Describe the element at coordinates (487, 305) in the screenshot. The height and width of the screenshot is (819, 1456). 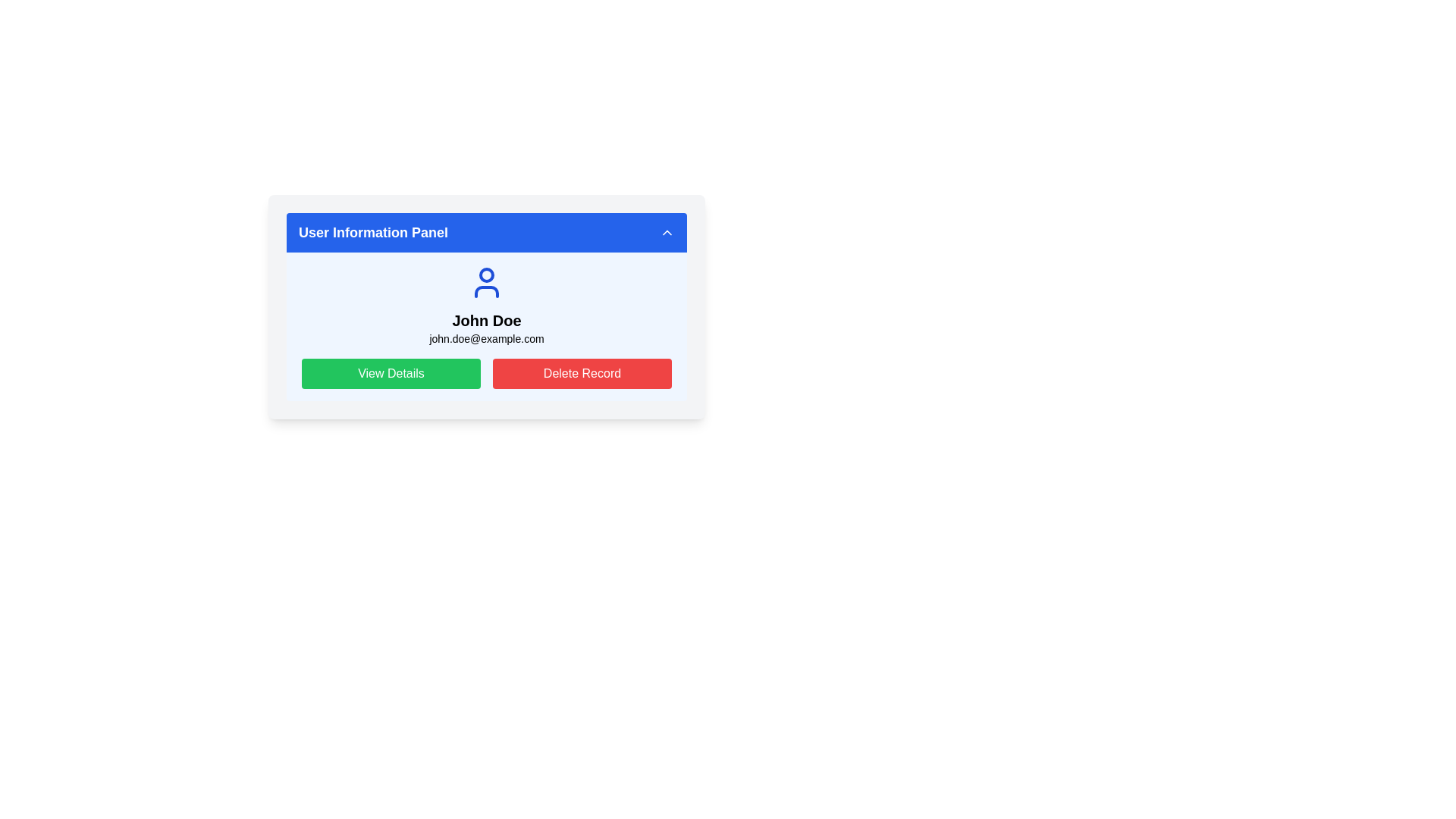
I see `the Profile summary section that displays the user's name and email, positioned centrally above the 'View Details' and 'Delete Record' buttons` at that location.